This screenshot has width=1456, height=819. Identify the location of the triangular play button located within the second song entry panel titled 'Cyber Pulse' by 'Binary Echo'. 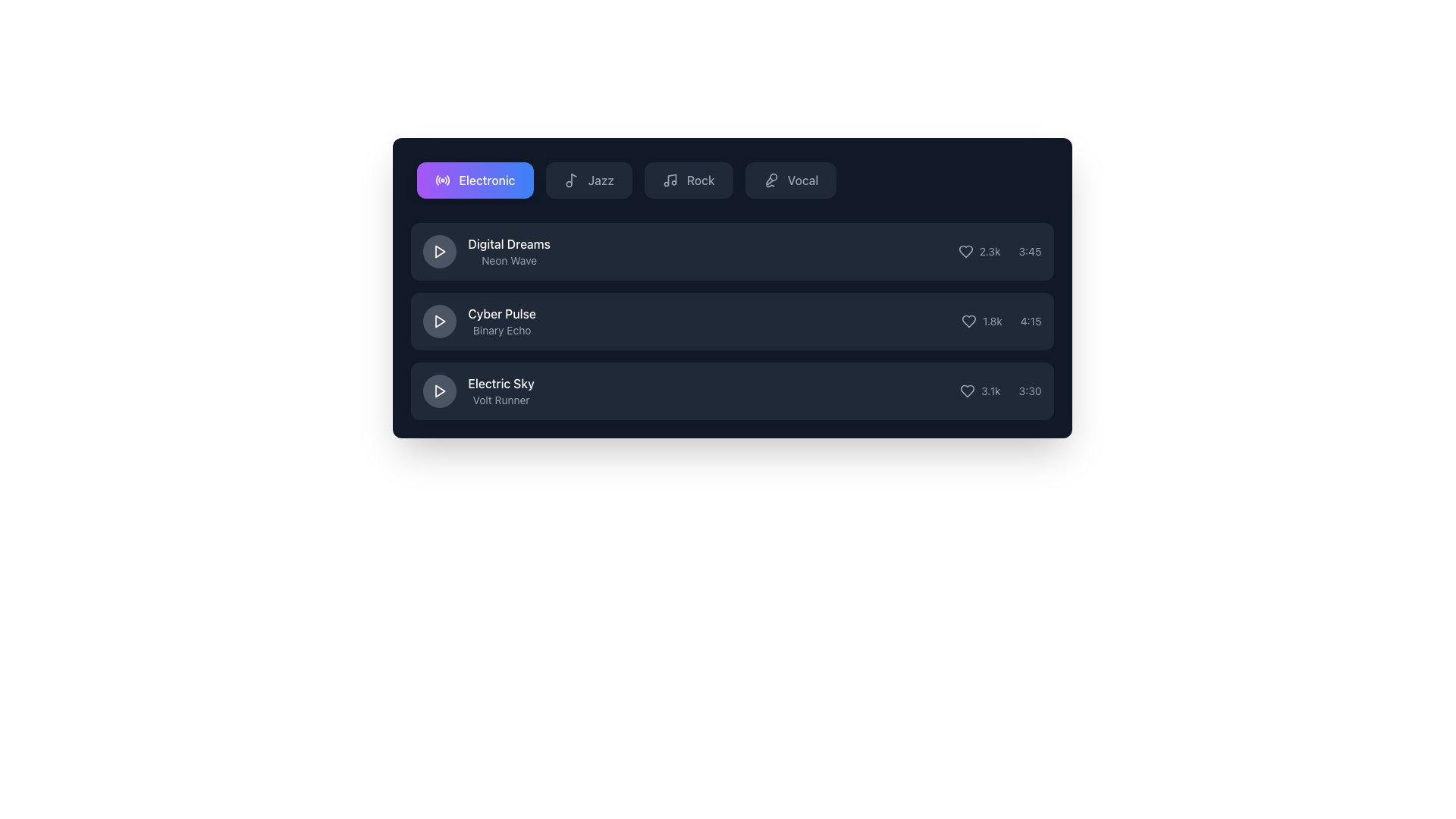
(439, 321).